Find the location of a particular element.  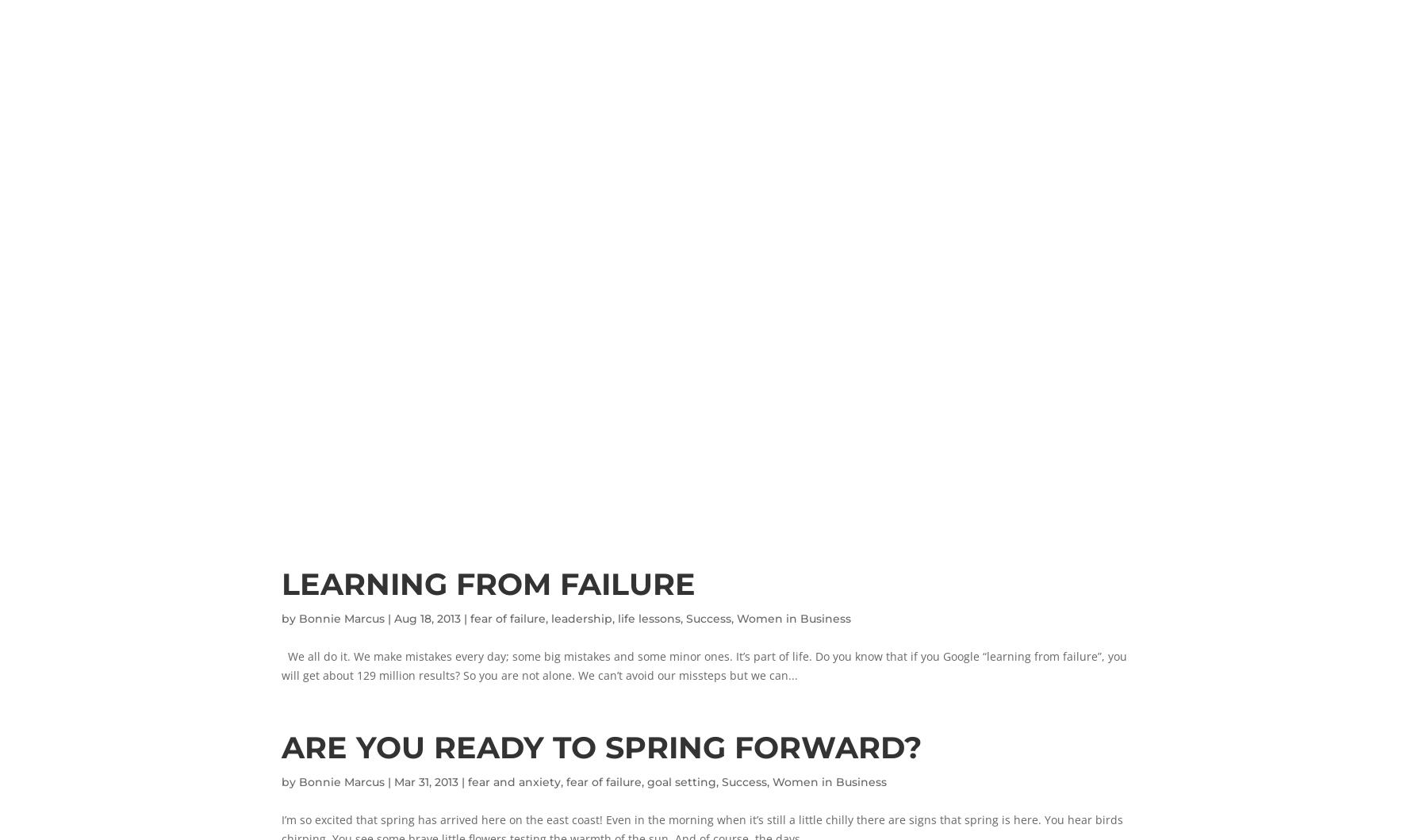

'leadership' is located at coordinates (581, 617).